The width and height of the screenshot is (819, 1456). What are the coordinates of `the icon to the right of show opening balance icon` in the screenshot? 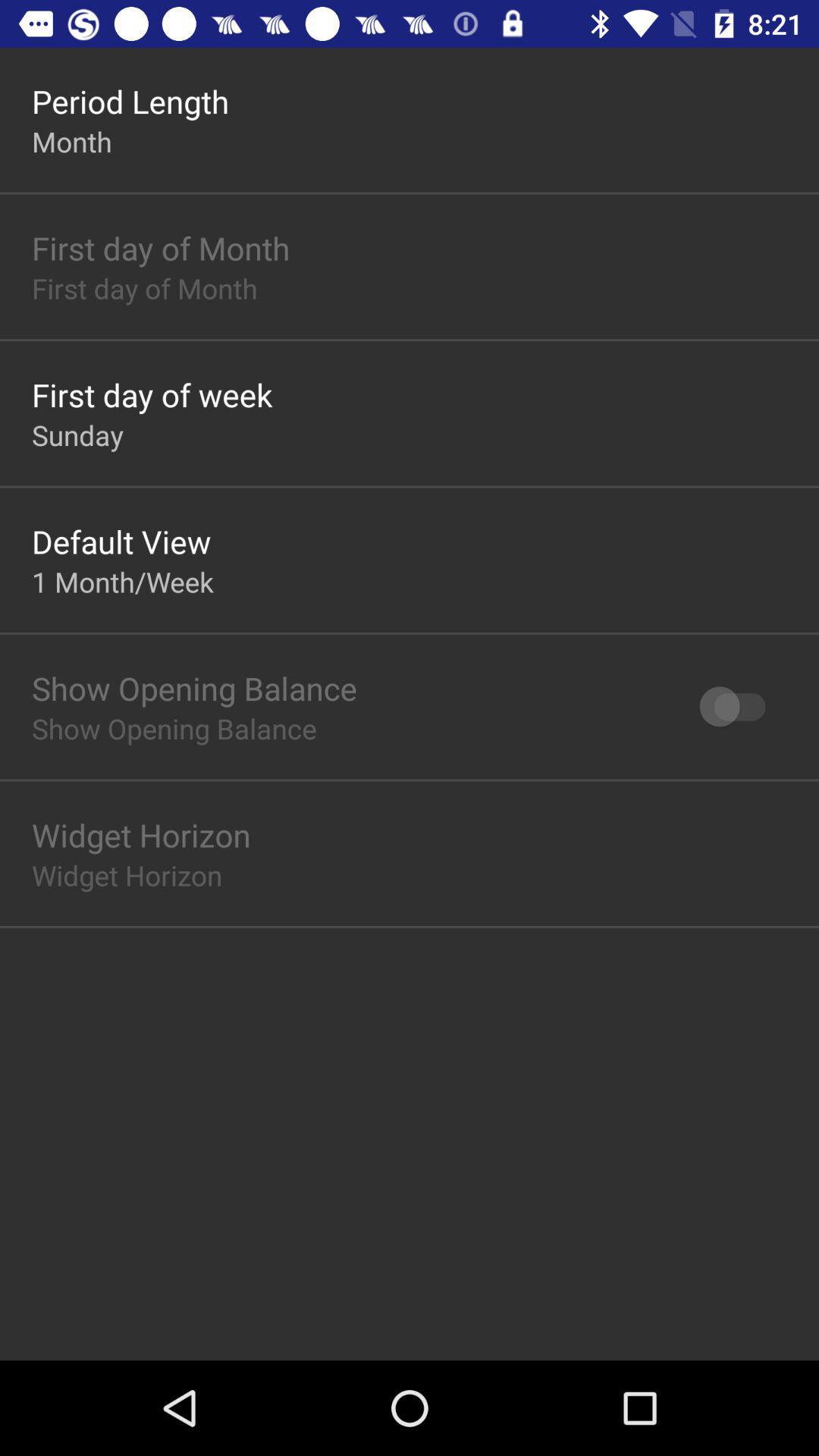 It's located at (739, 705).